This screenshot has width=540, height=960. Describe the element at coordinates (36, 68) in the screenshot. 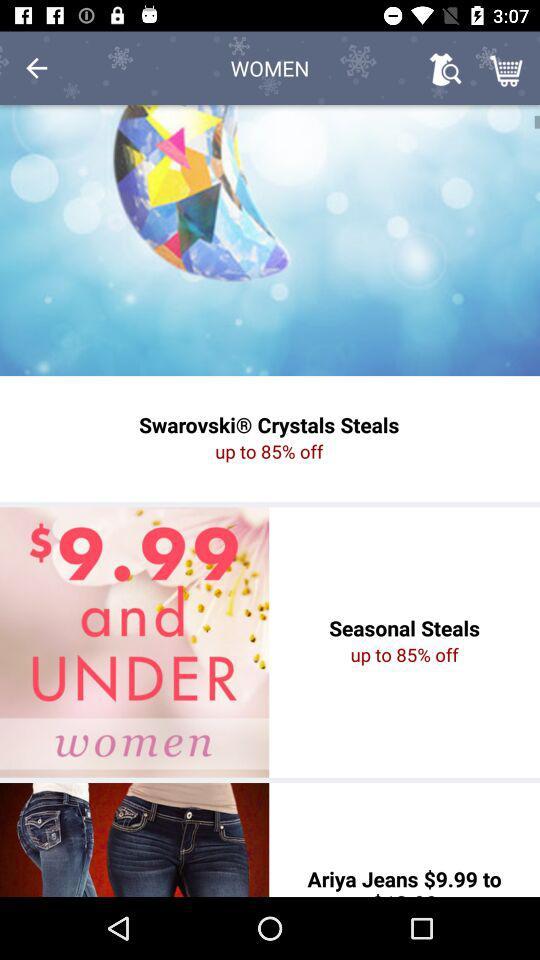

I see `the icon next to women item` at that location.